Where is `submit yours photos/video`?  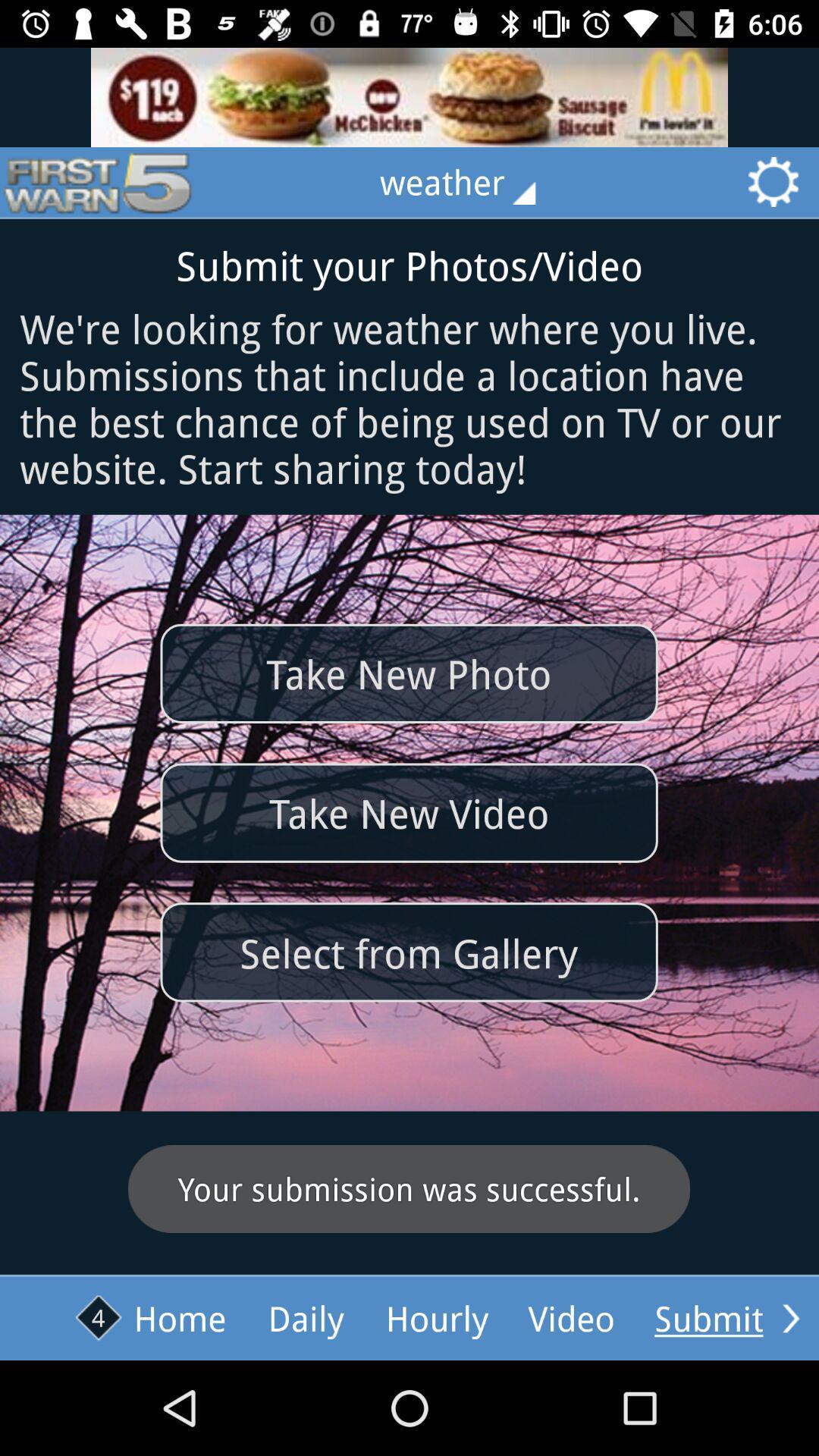 submit yours photos/video is located at coordinates (790, 1317).